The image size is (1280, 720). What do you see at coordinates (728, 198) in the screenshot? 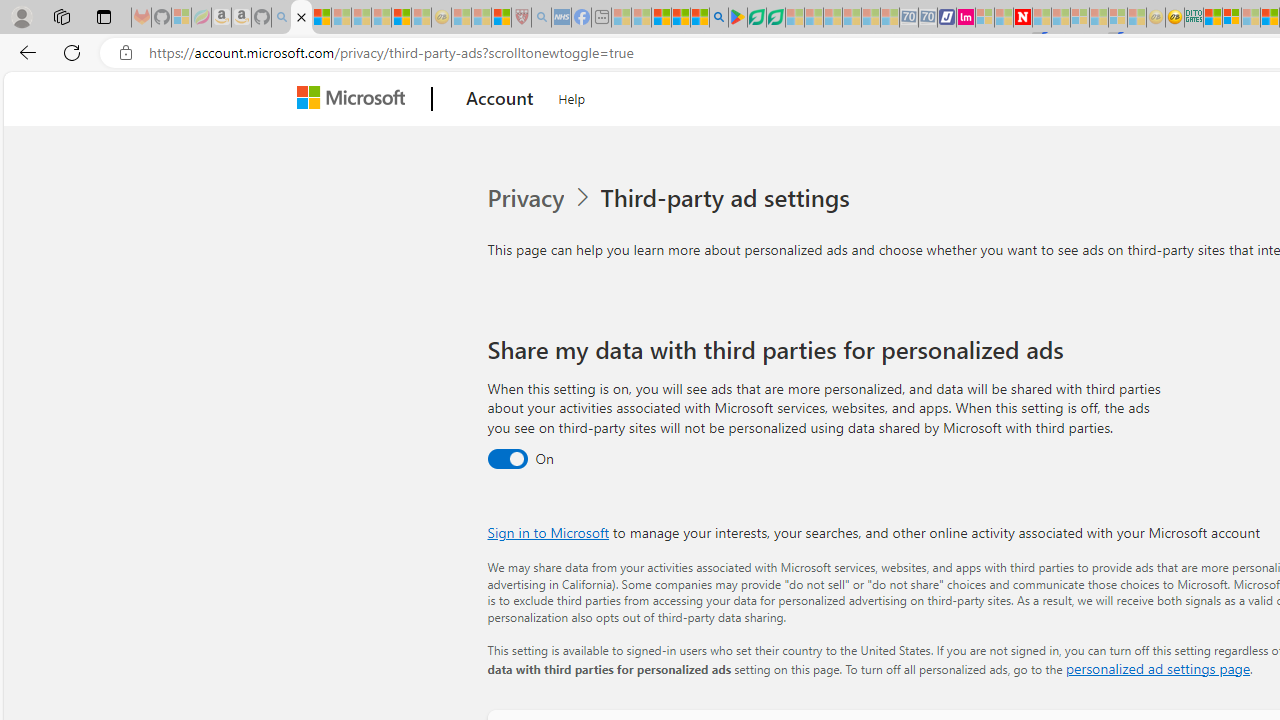
I see `'Third-party ad settings'` at bounding box center [728, 198].